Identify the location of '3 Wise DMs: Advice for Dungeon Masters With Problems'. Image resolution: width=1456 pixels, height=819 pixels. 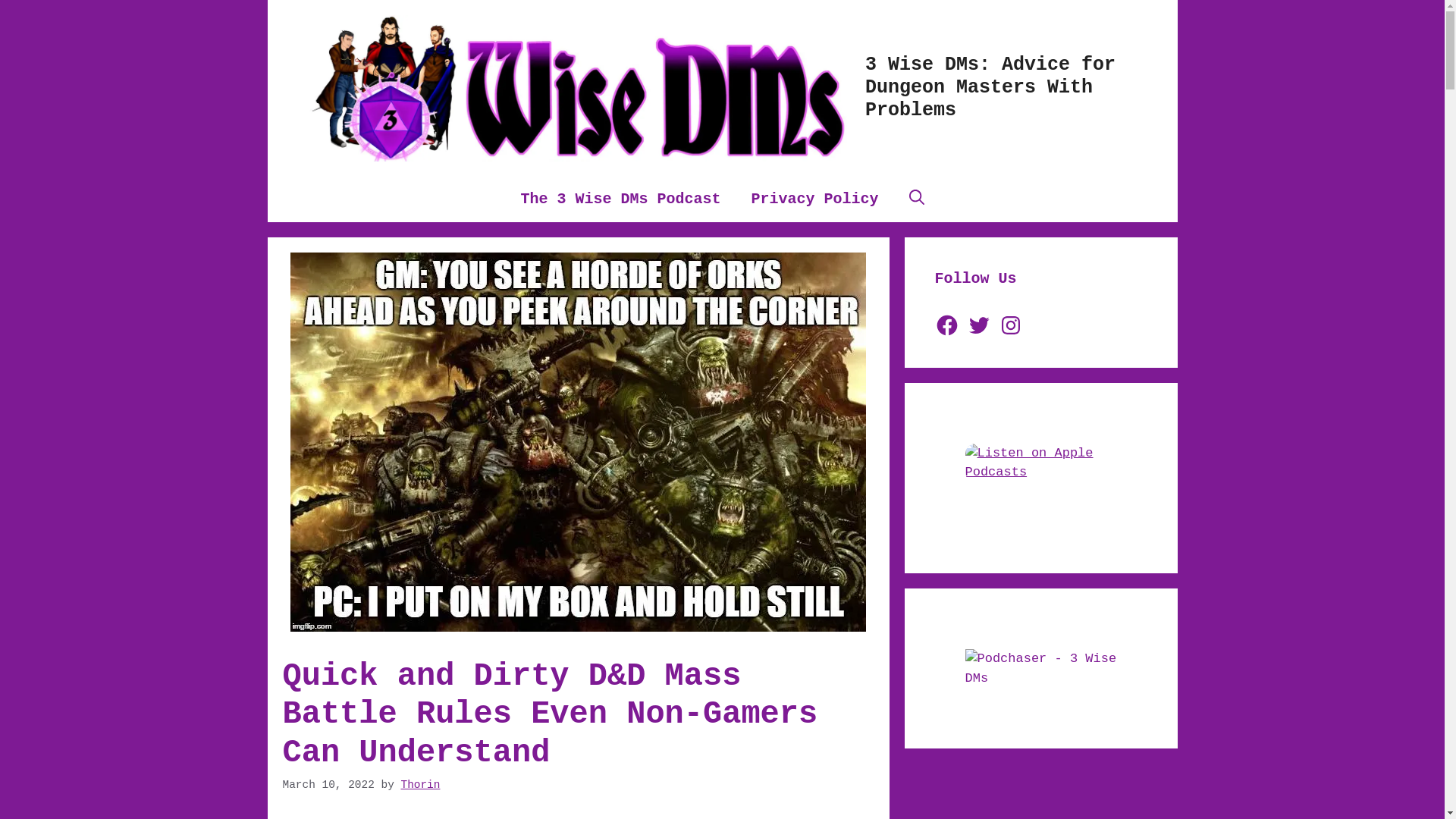
(990, 87).